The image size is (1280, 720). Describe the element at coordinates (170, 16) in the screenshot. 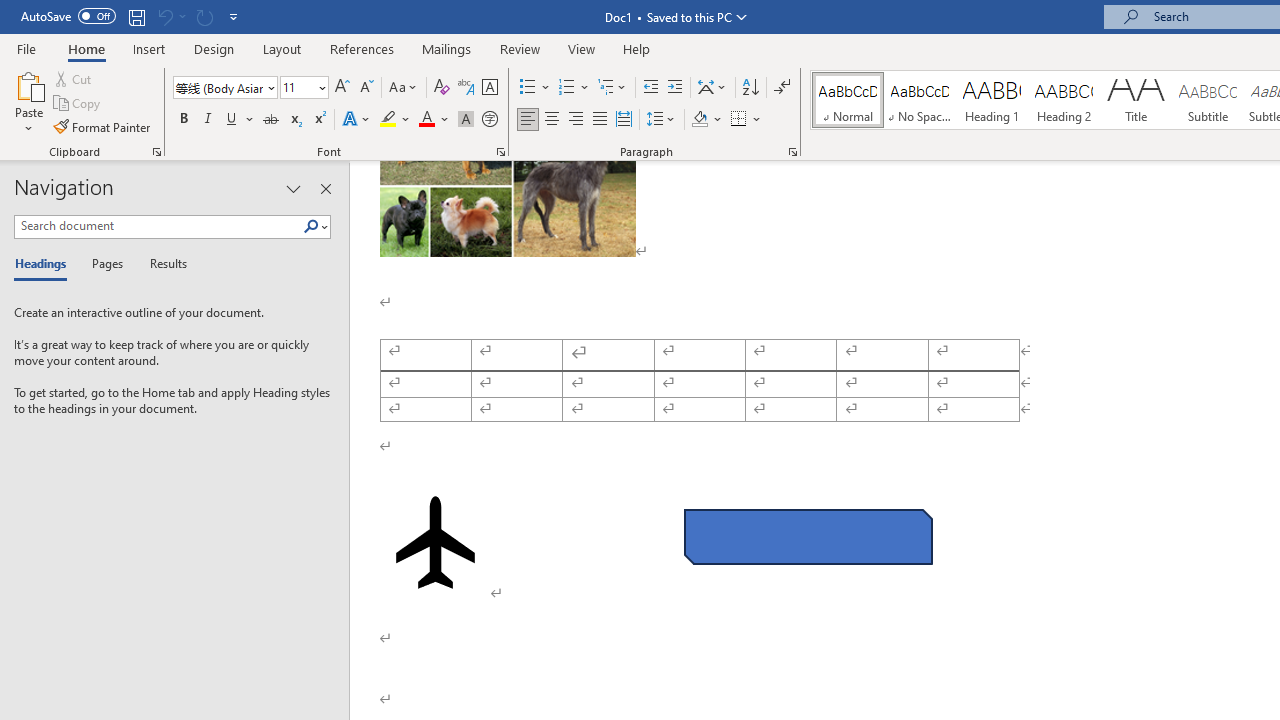

I see `'Can'` at that location.